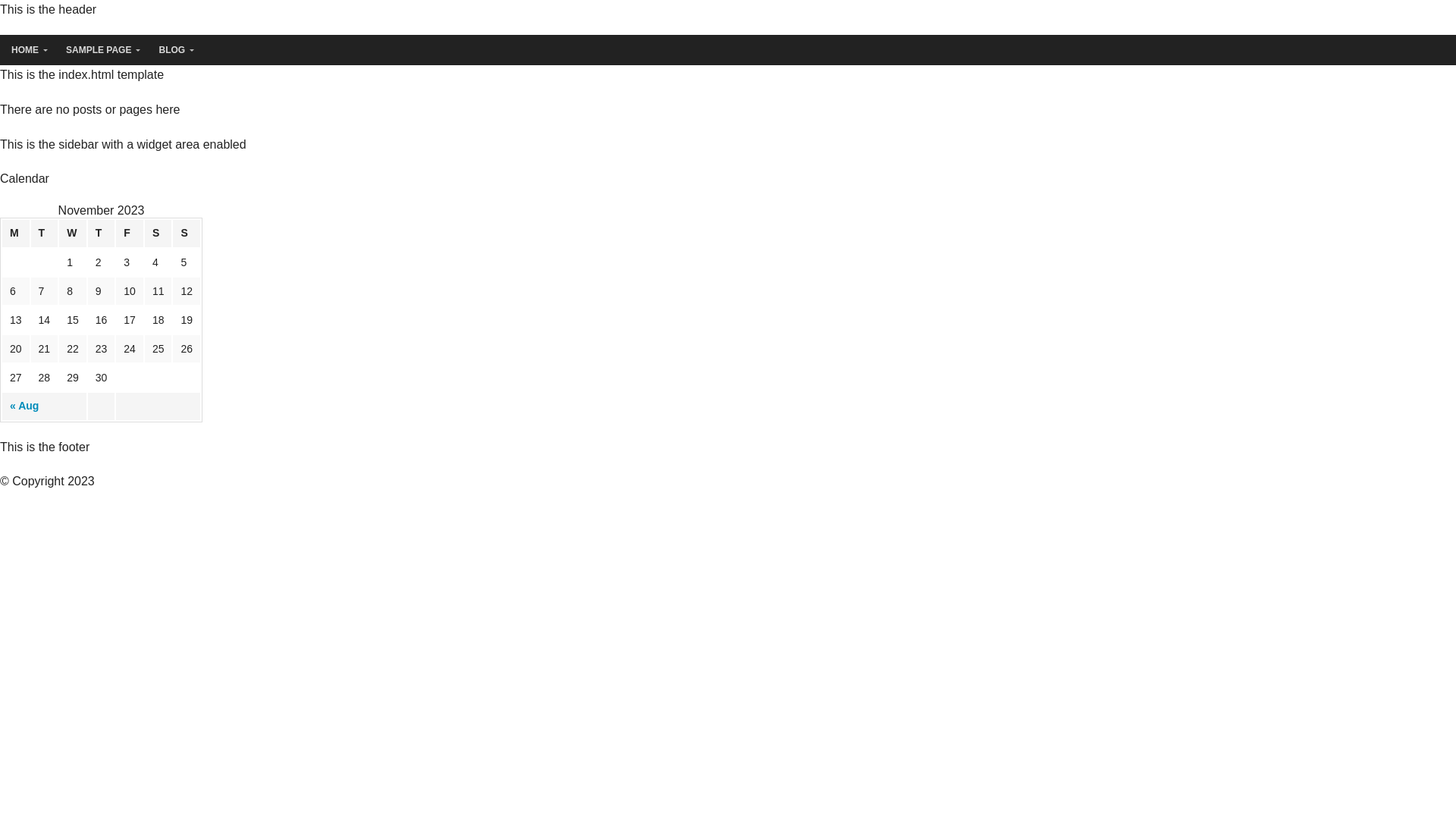 This screenshot has height=819, width=1456. Describe the element at coordinates (173, 49) in the screenshot. I see `'BLOG'` at that location.